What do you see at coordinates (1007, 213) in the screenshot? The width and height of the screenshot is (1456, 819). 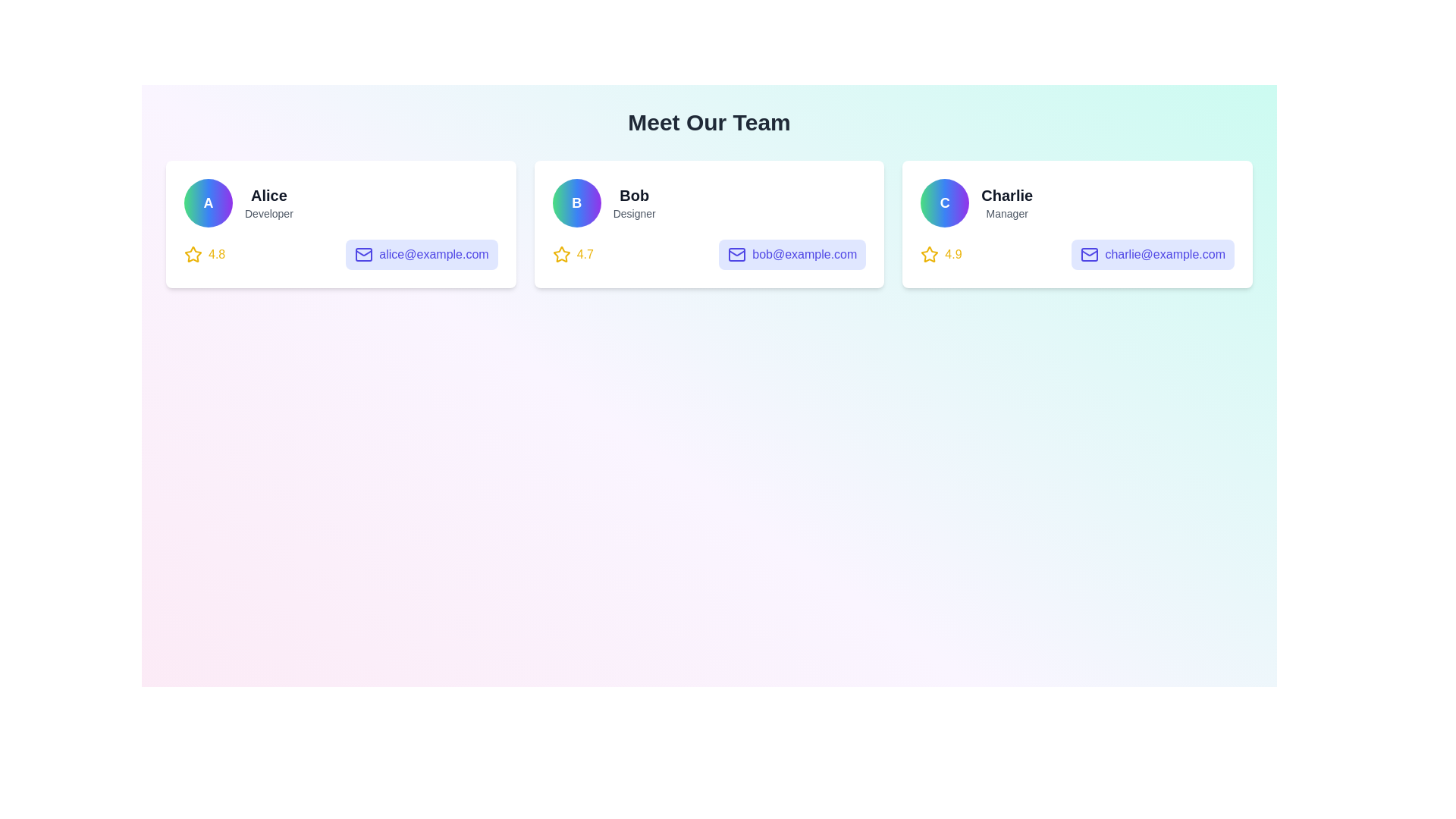 I see `the text label displaying 'Manager' in gray color, located directly below the name 'Charlie' inside the rightmost card layout` at bounding box center [1007, 213].